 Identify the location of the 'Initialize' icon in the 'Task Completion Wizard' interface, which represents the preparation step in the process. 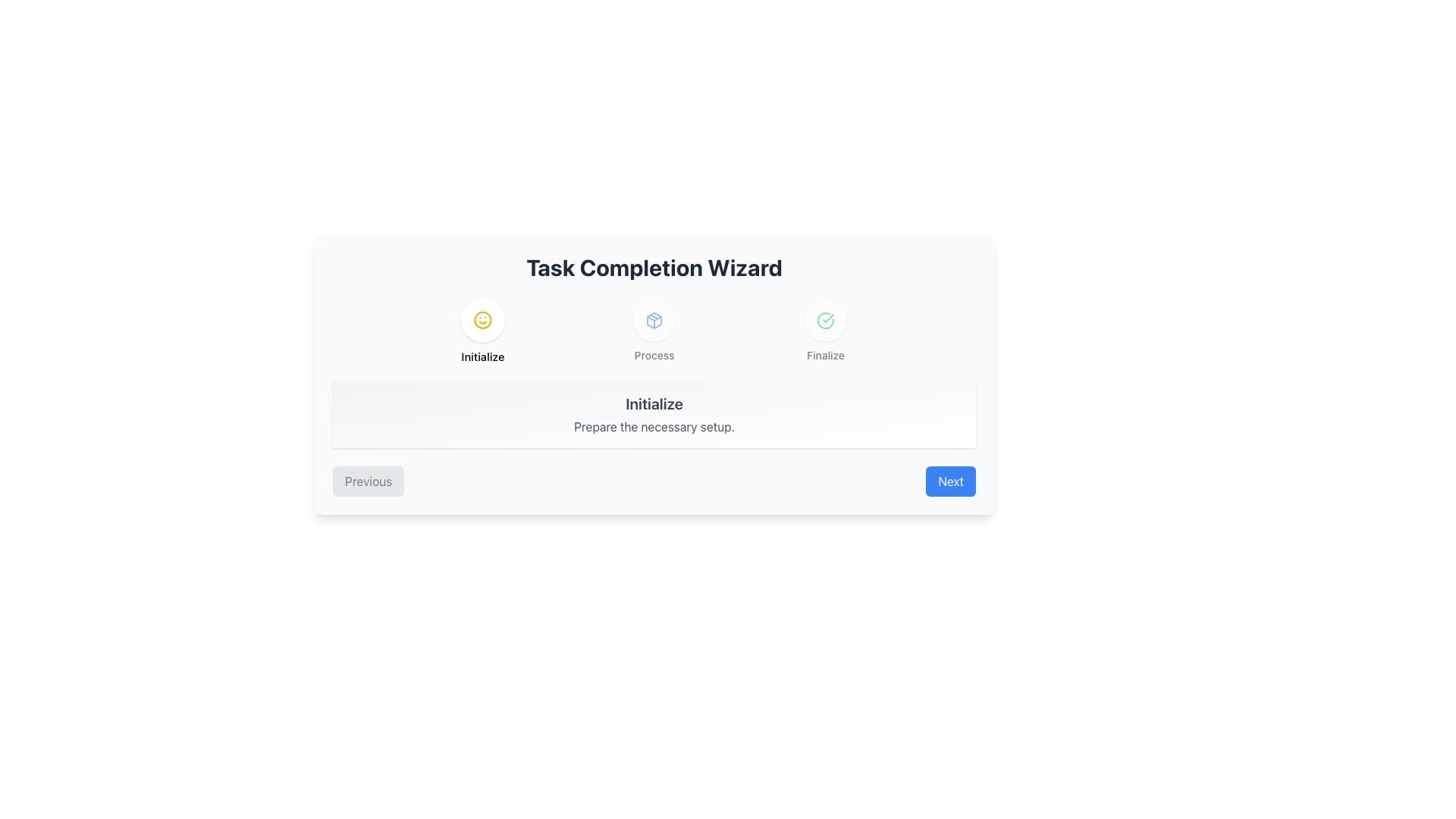
(654, 320).